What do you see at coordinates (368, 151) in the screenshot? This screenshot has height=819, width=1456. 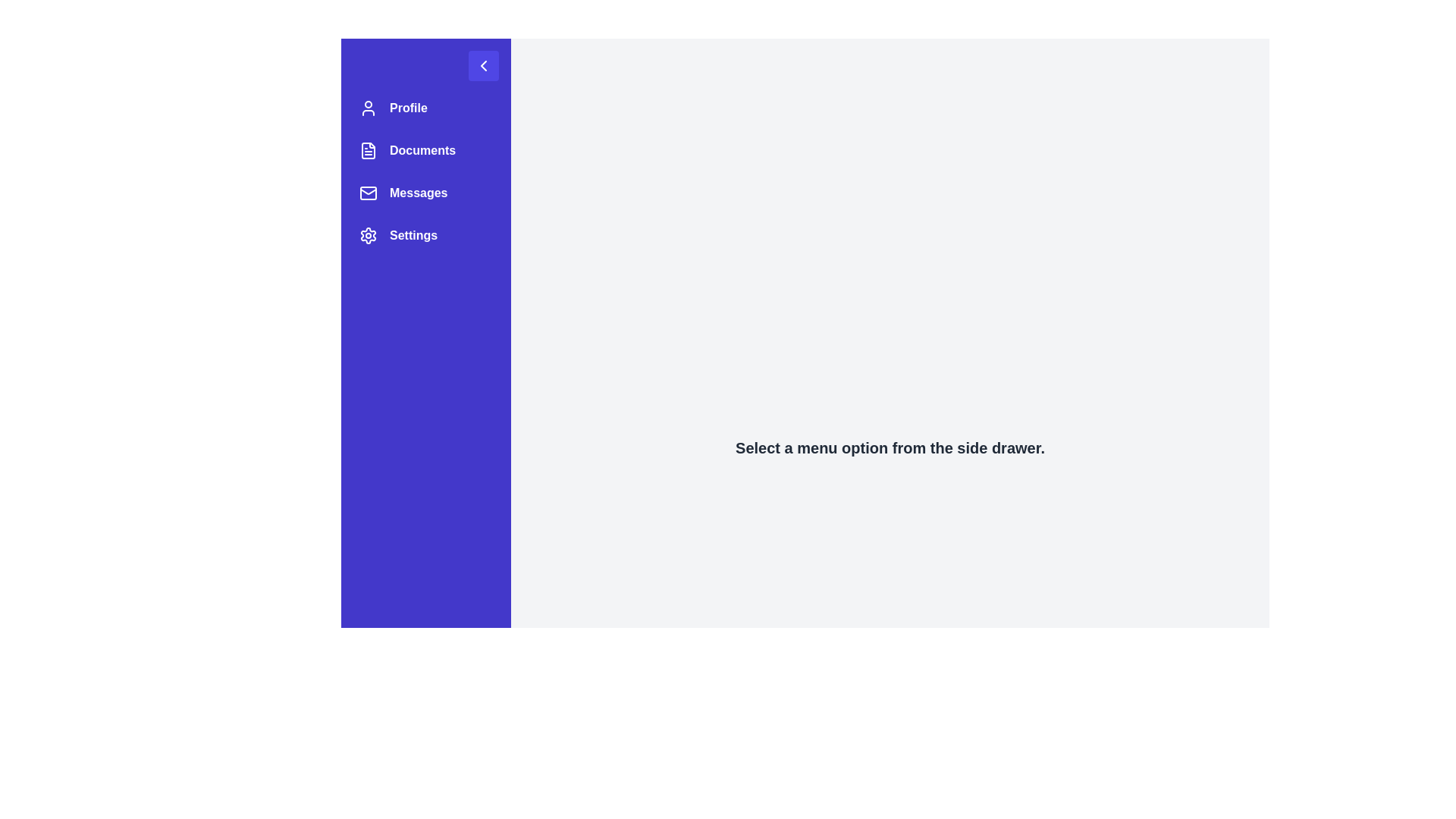 I see `the document icon located in the side navigation panel, which is styled with a thin border and displays textual lines` at bounding box center [368, 151].